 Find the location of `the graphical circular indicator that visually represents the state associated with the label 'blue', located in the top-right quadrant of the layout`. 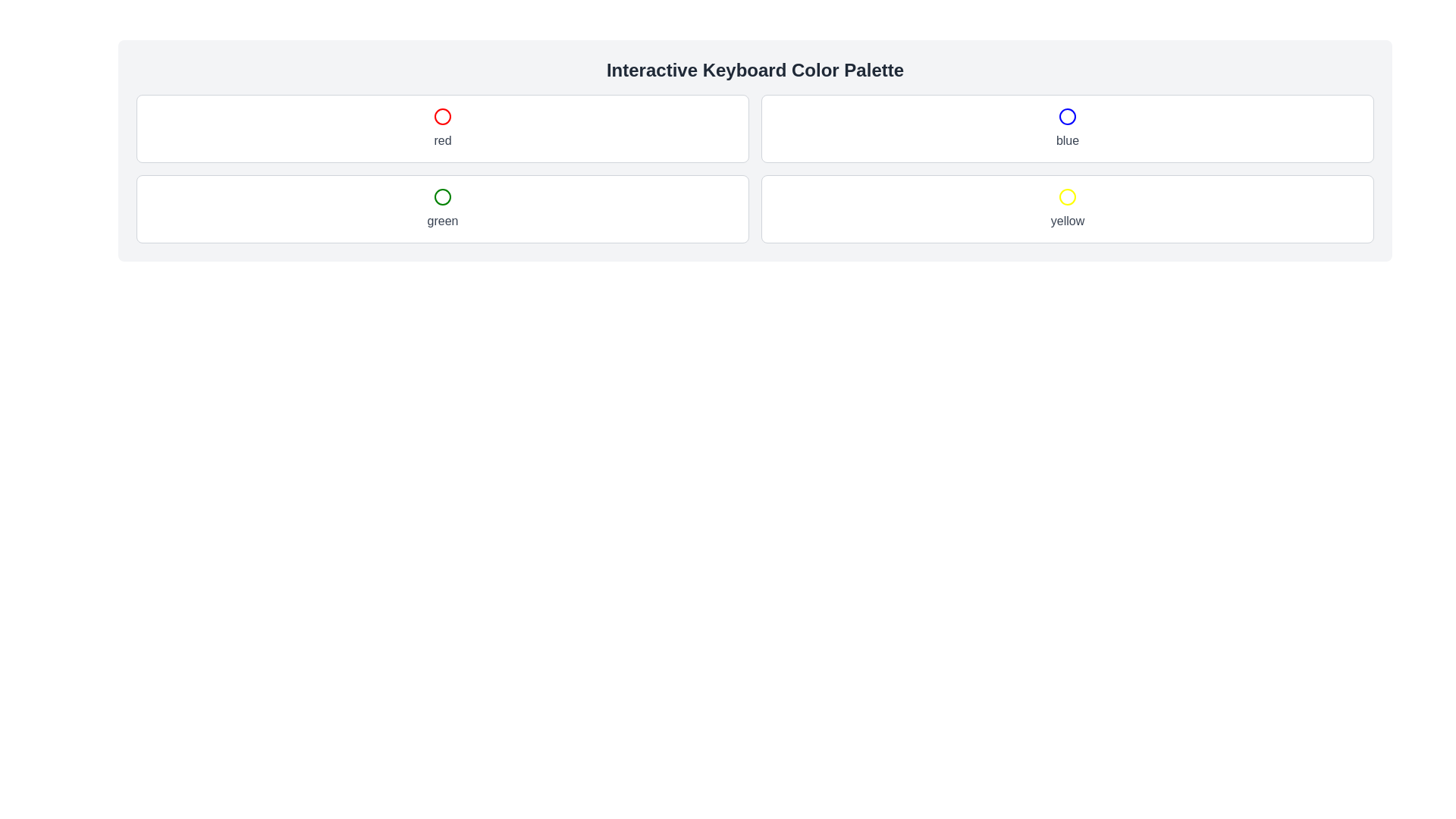

the graphical circular indicator that visually represents the state associated with the label 'blue', located in the top-right quadrant of the layout is located at coordinates (1066, 116).